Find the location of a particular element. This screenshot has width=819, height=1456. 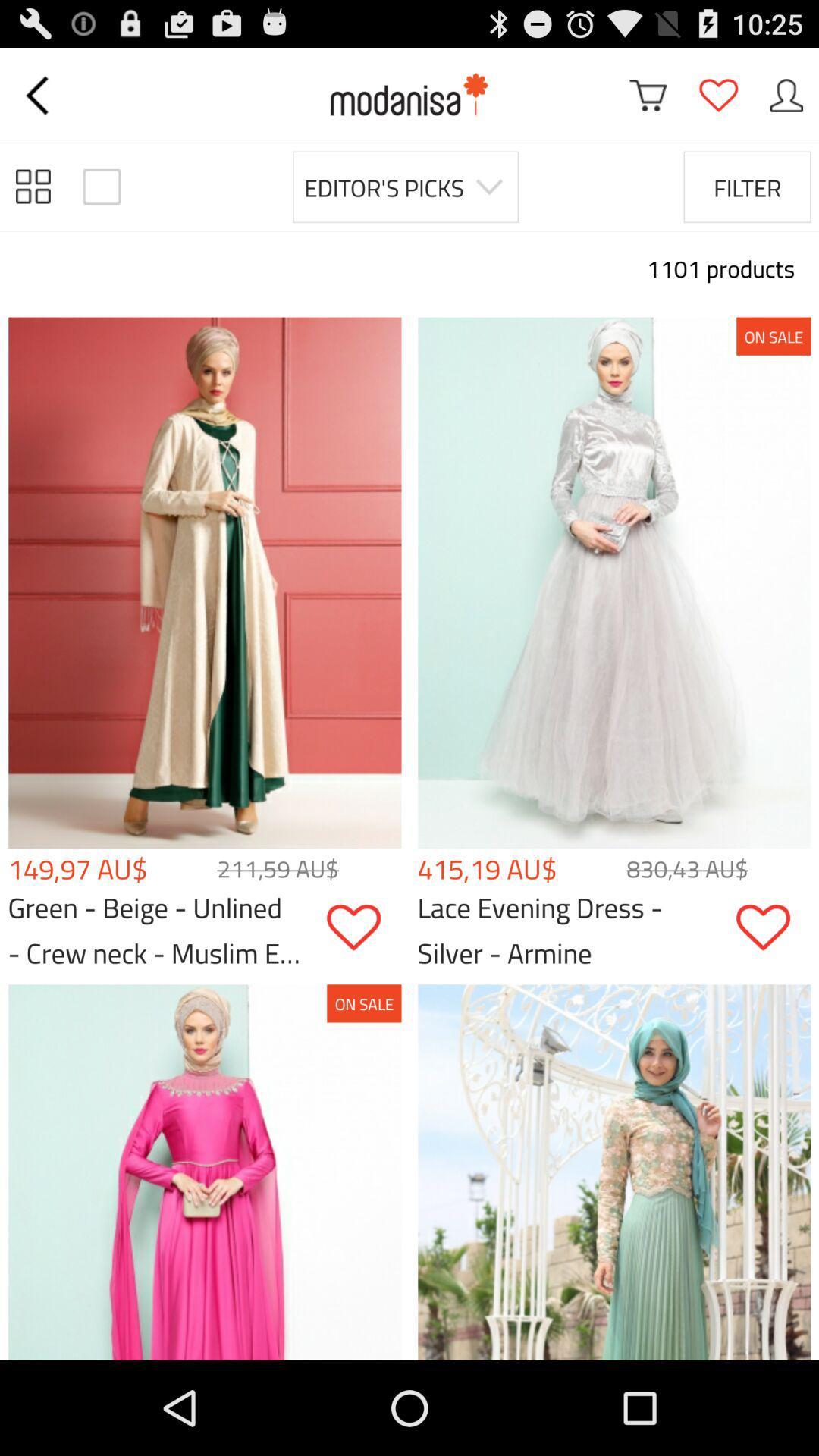

the favorite icon is located at coordinates (717, 101).